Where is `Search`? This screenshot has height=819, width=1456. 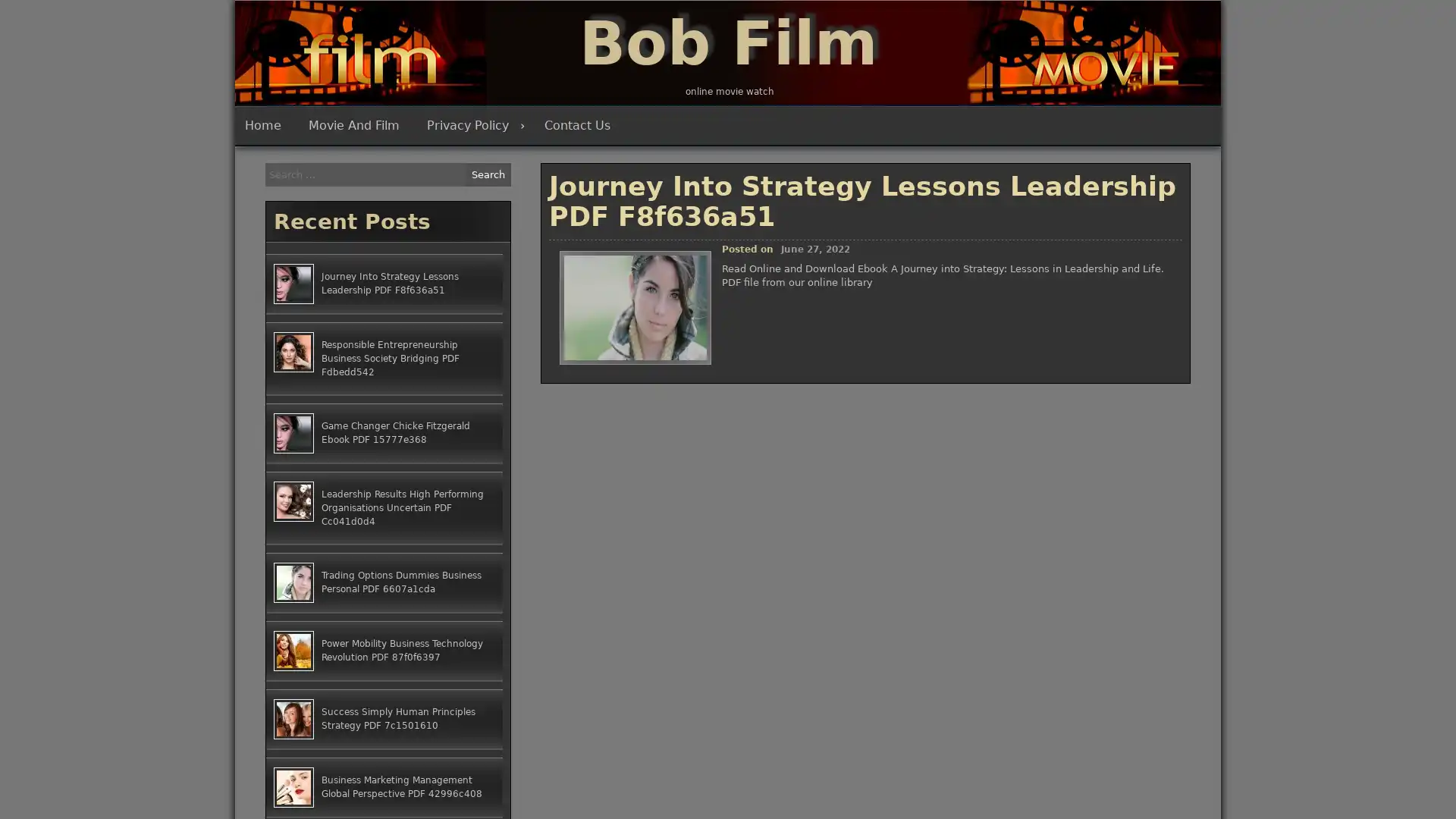 Search is located at coordinates (488, 174).